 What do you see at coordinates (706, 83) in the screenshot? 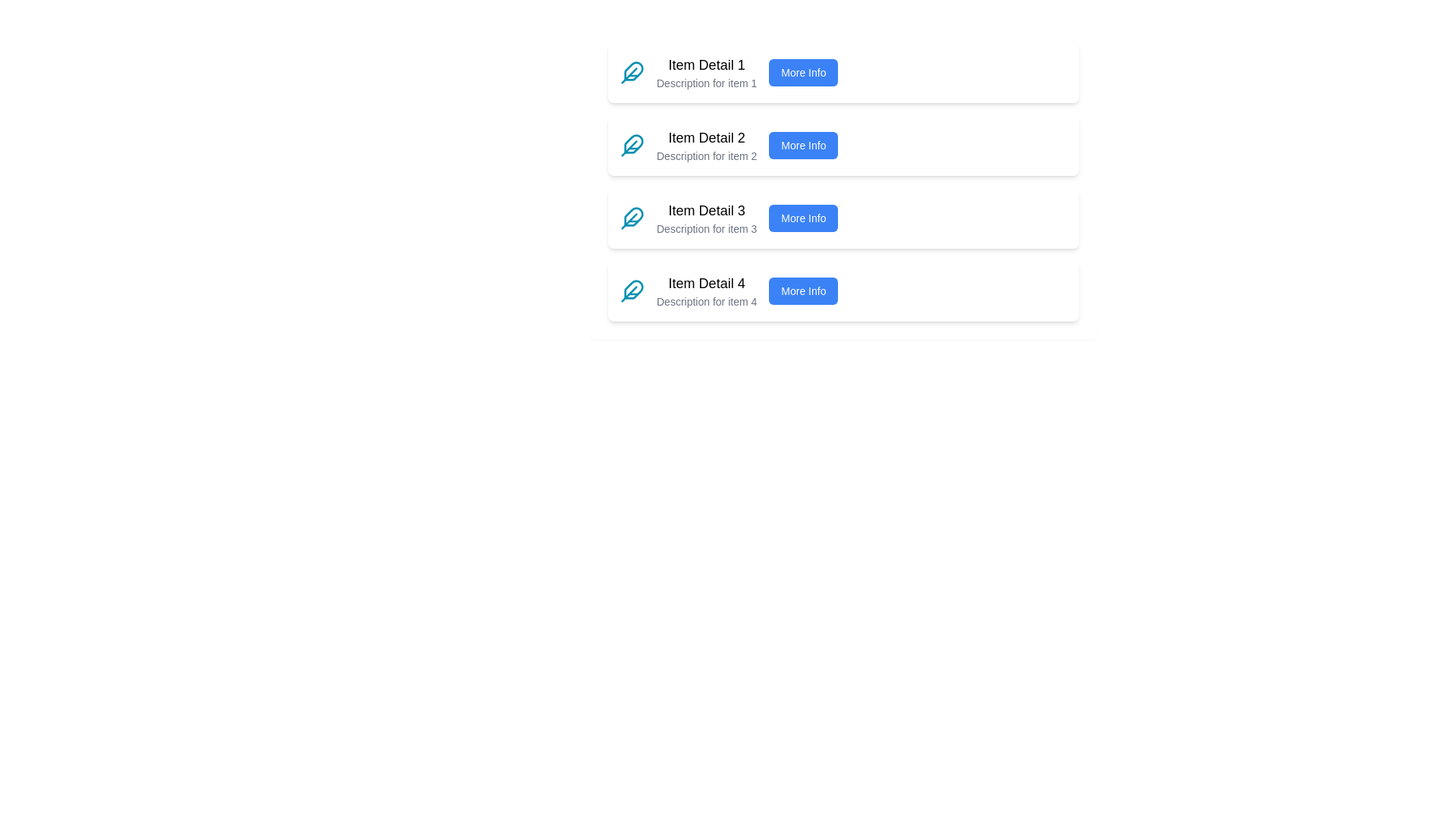
I see `descriptive text label that says 'Description for item 1', located below the heading 'Item Detail 1' in the first item card of the vertical list` at bounding box center [706, 83].